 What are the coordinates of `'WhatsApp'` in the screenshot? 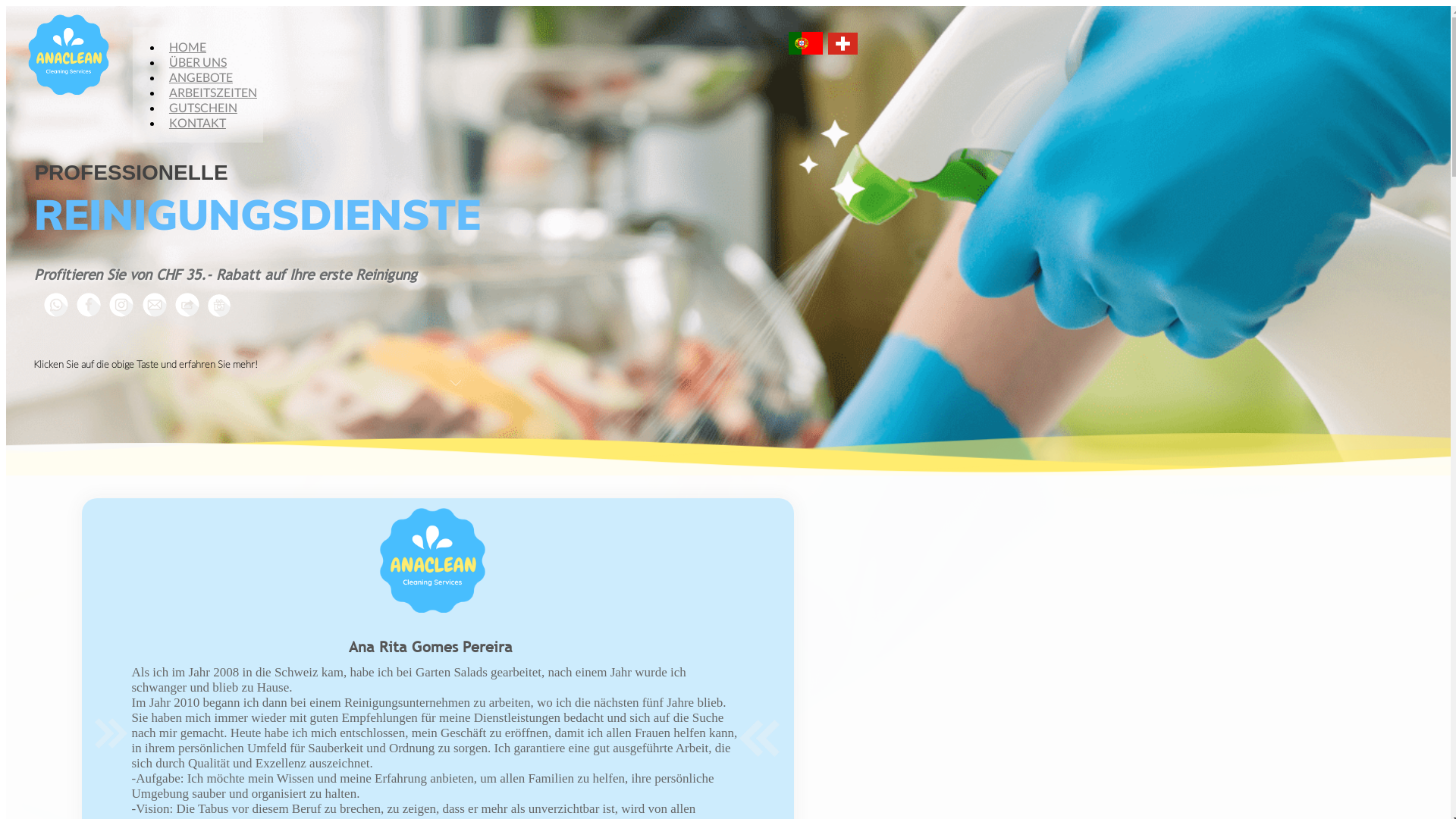 It's located at (55, 304).